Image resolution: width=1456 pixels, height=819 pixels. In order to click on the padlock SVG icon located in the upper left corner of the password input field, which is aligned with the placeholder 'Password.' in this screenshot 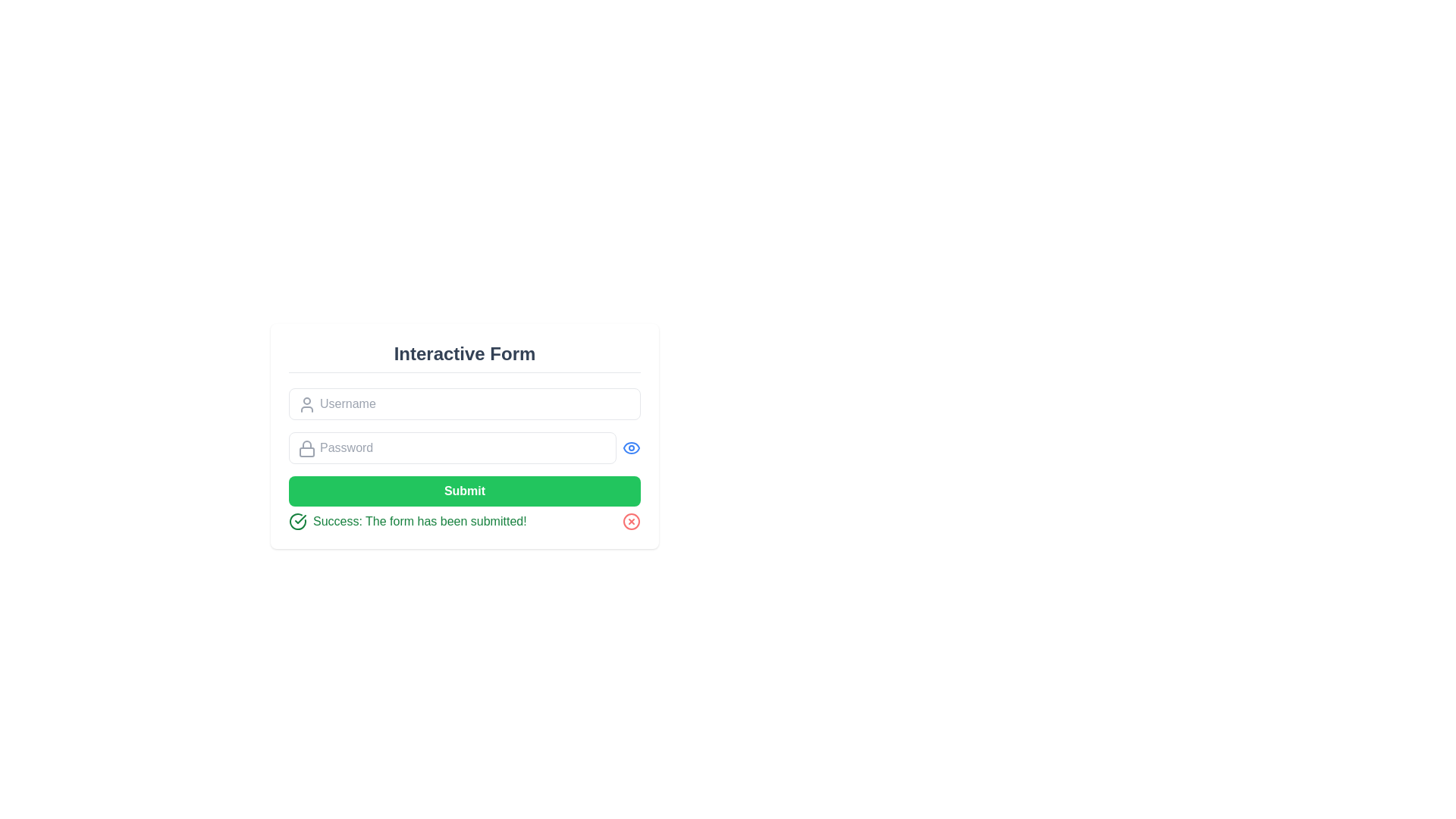, I will do `click(306, 447)`.